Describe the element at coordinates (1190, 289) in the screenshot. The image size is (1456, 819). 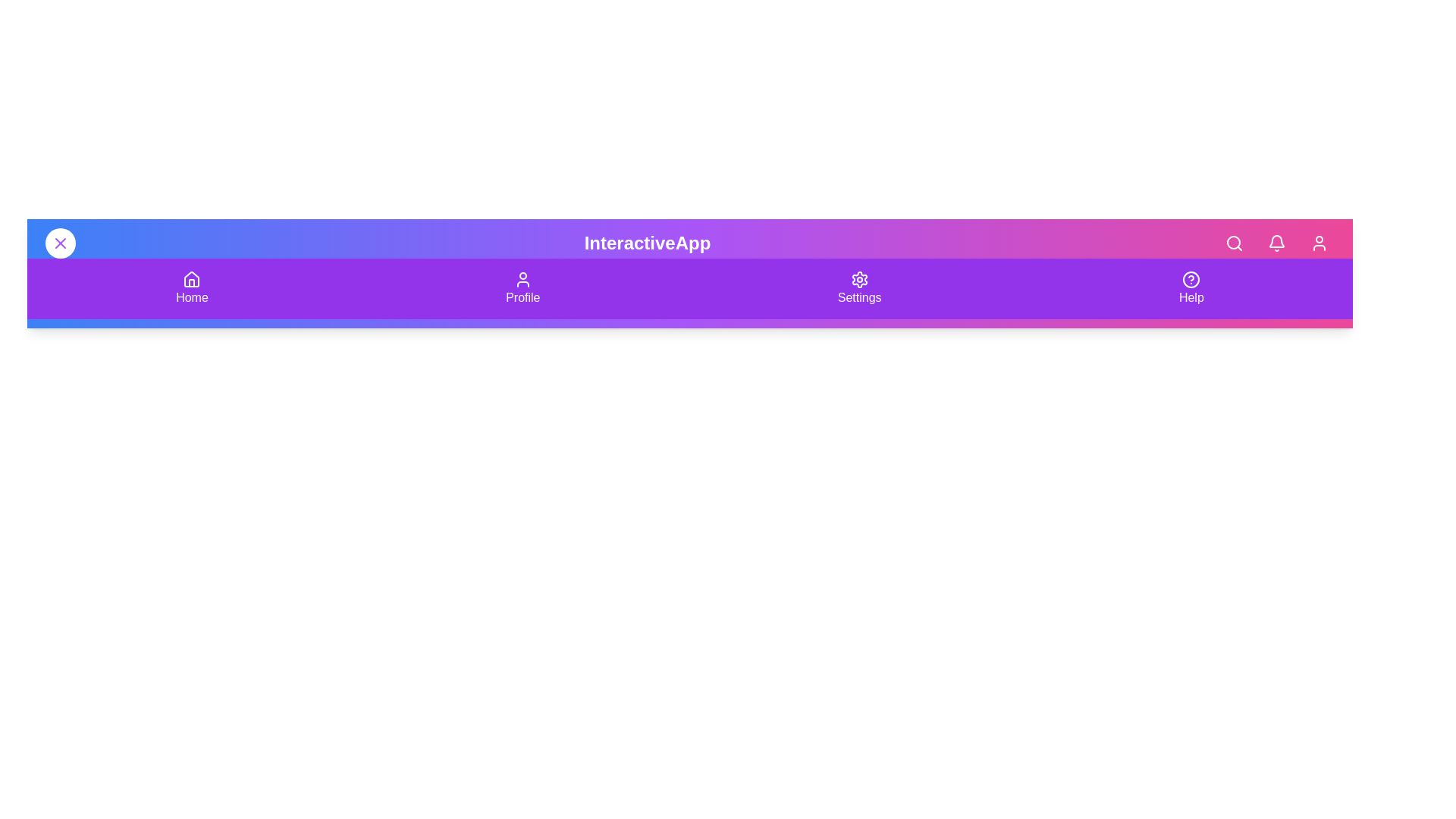
I see `the navigation menu item Help` at that location.